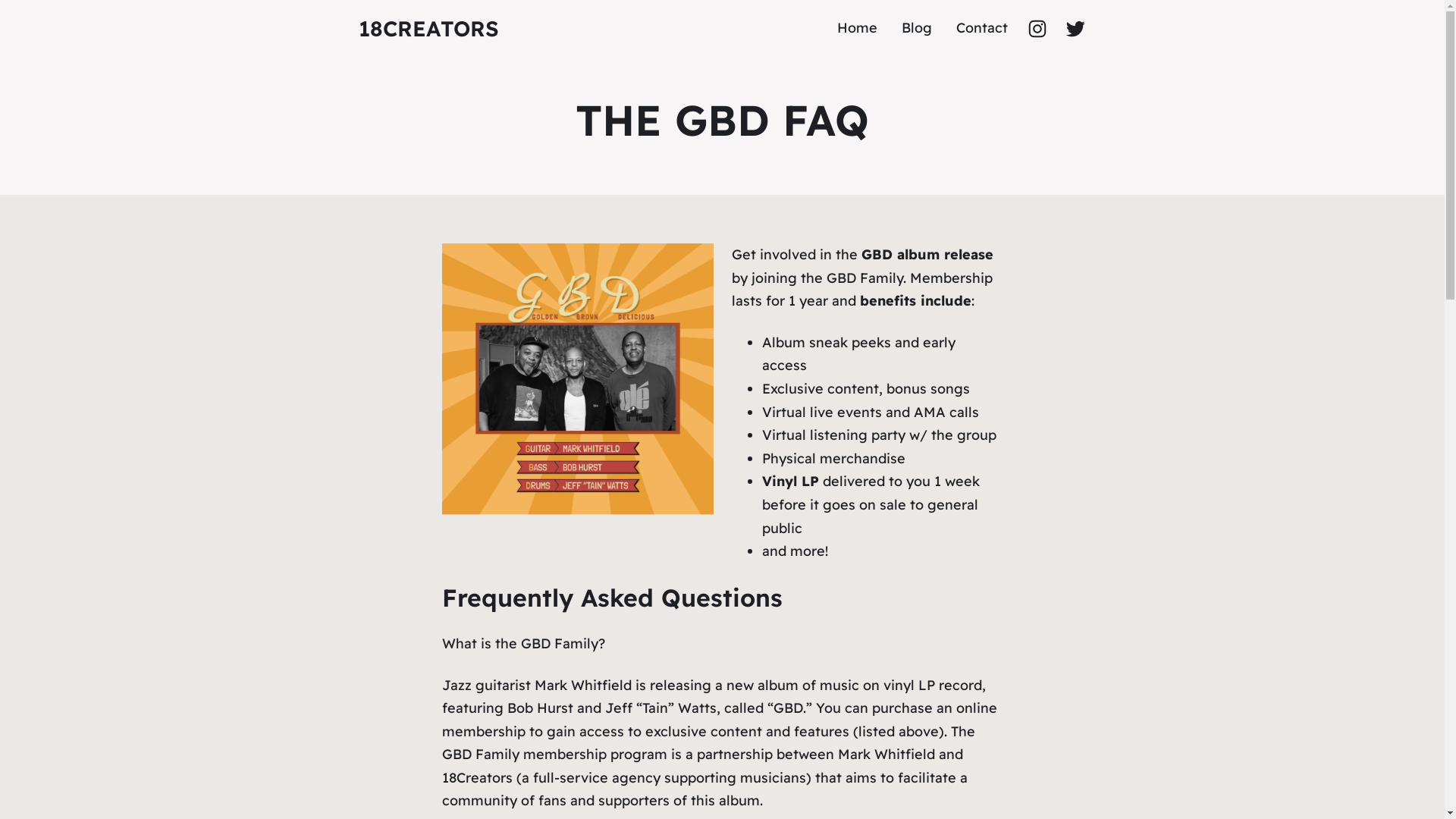 This screenshot has width=1456, height=819. Describe the element at coordinates (915, 28) in the screenshot. I see `'Blog'` at that location.